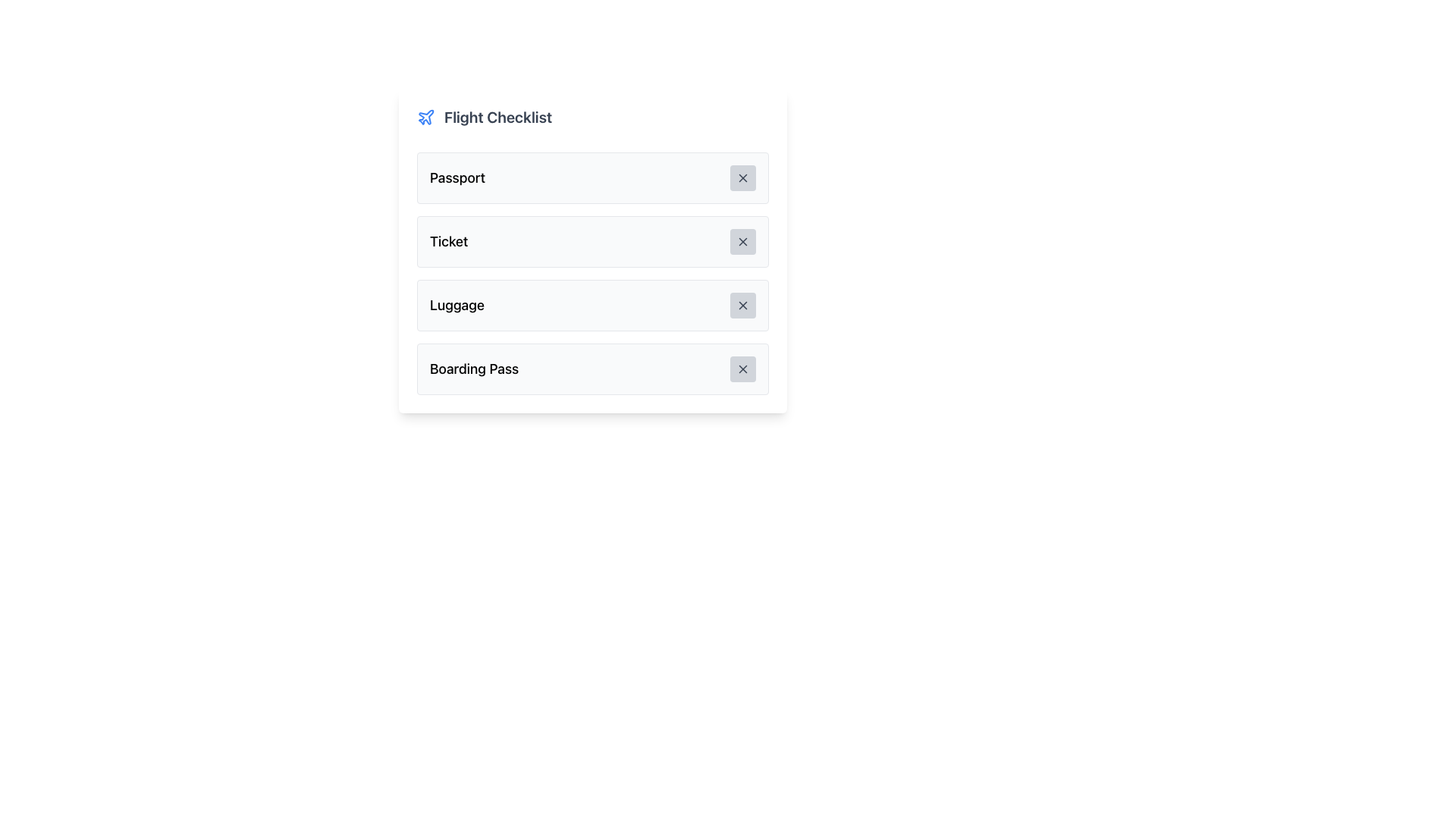  I want to click on the close button located in the top-right corner of the 'Boarding Pass' item, so click(742, 369).